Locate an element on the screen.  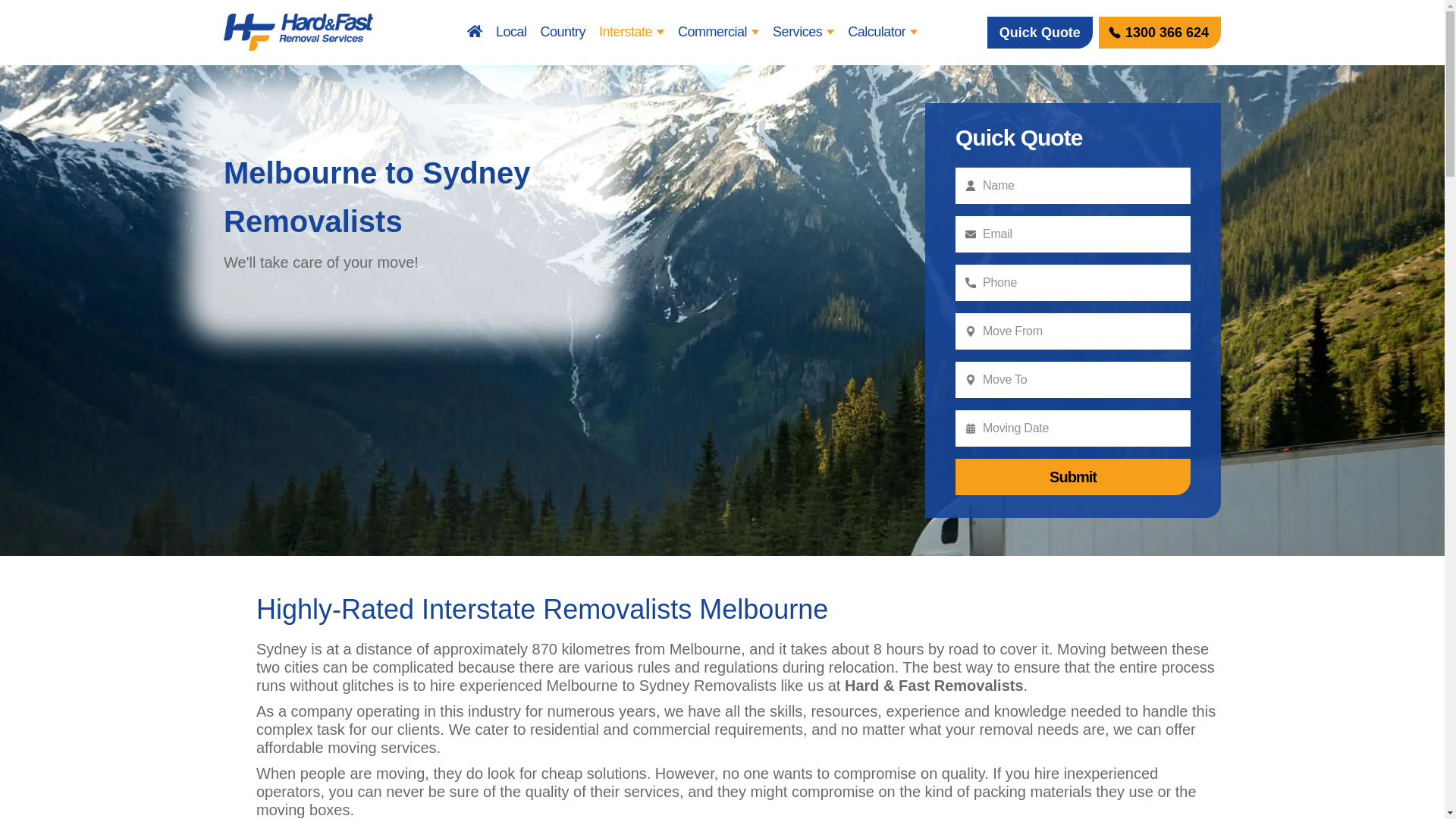
'Services' is located at coordinates (772, 32).